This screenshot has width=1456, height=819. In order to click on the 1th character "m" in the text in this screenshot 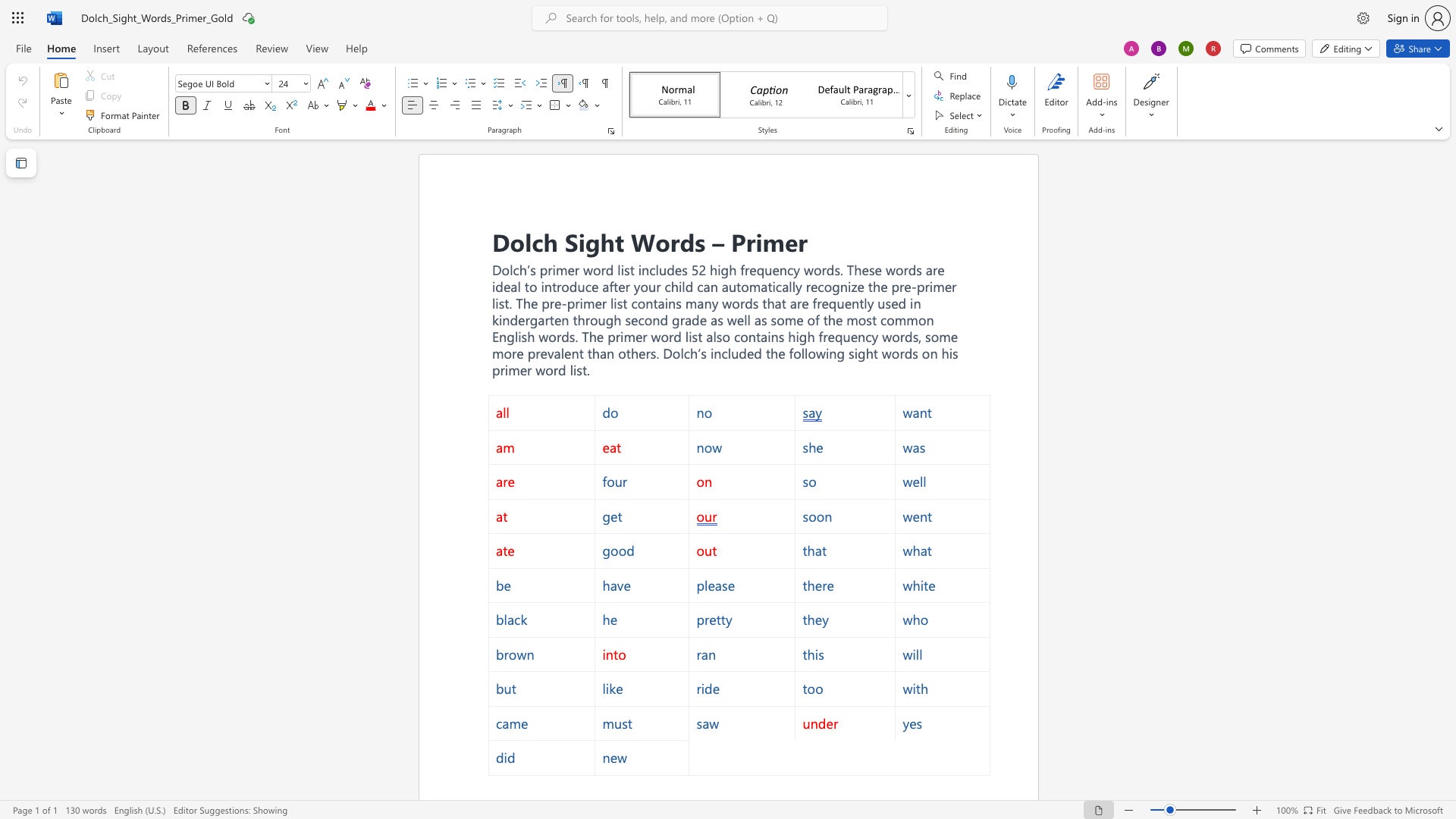, I will do `click(690, 303)`.